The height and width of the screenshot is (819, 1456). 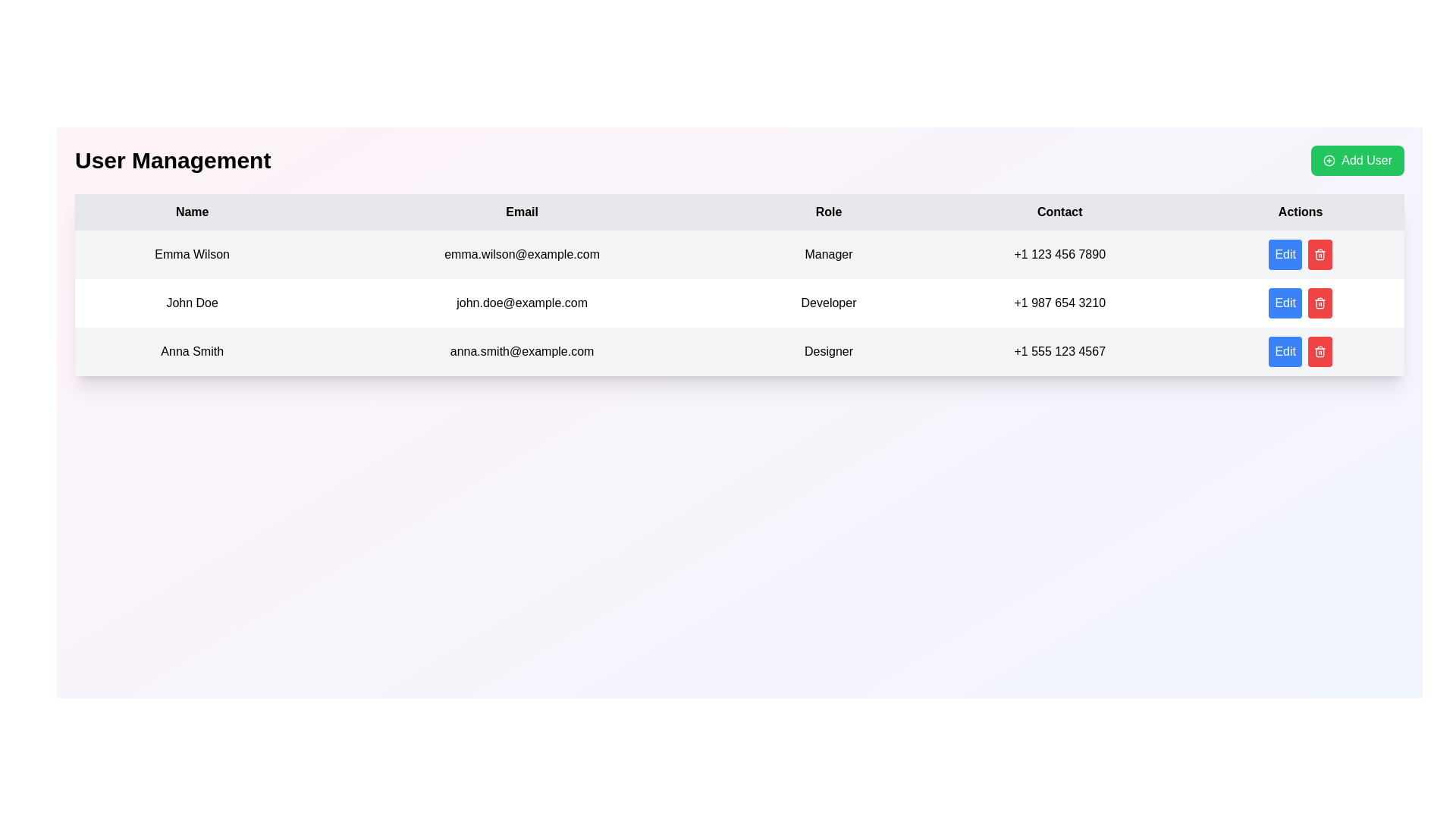 What do you see at coordinates (522, 253) in the screenshot?
I see `the text label displaying the email address 'emma.wilson@example.com' located in the second column of the first row of the User Management table` at bounding box center [522, 253].